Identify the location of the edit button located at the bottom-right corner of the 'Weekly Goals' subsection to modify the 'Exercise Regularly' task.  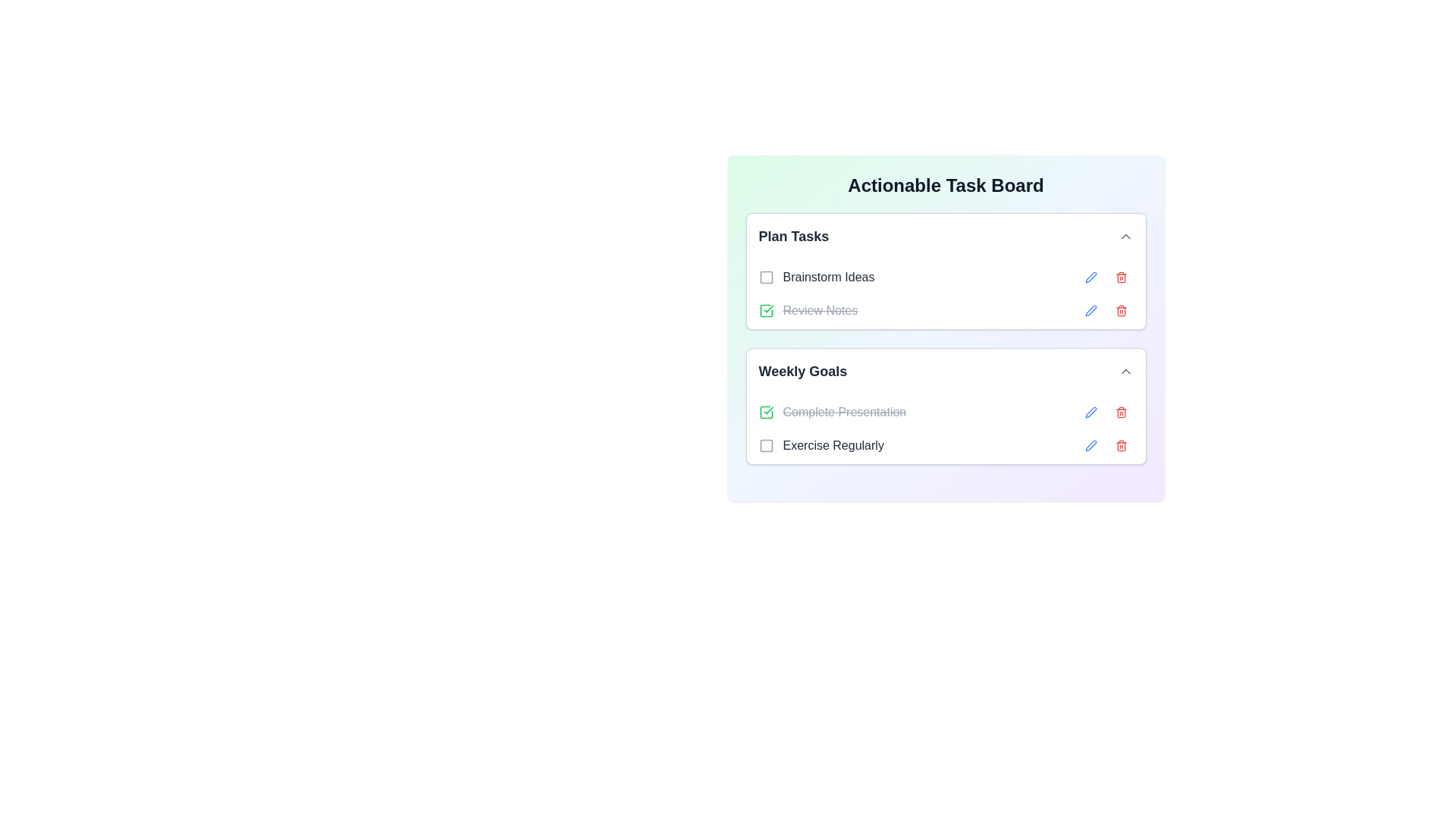
(1090, 444).